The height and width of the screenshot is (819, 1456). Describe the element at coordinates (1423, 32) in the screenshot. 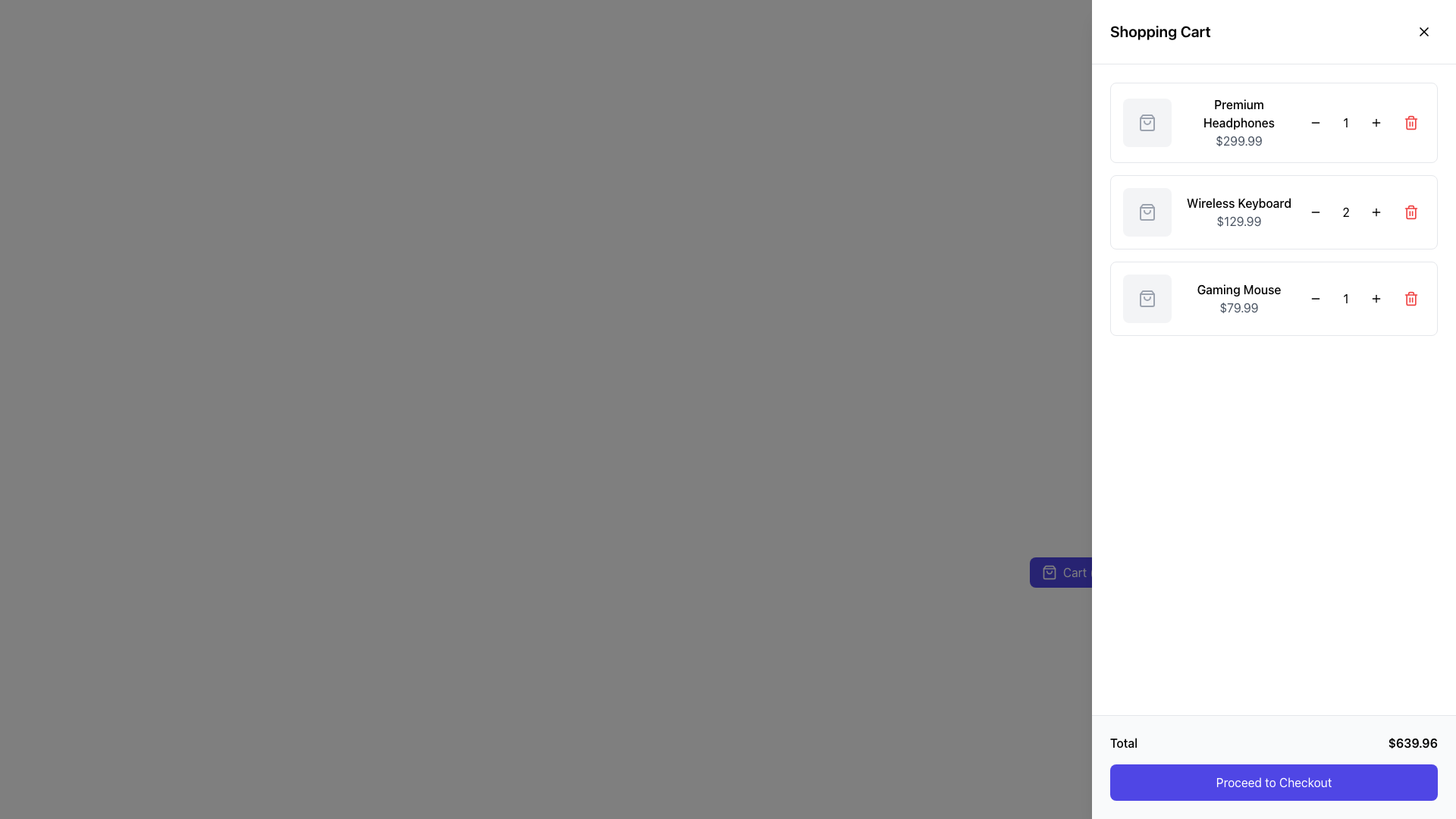

I see `the compact 'X' icon button located at the top-right corner of the shopping cart panel` at that location.